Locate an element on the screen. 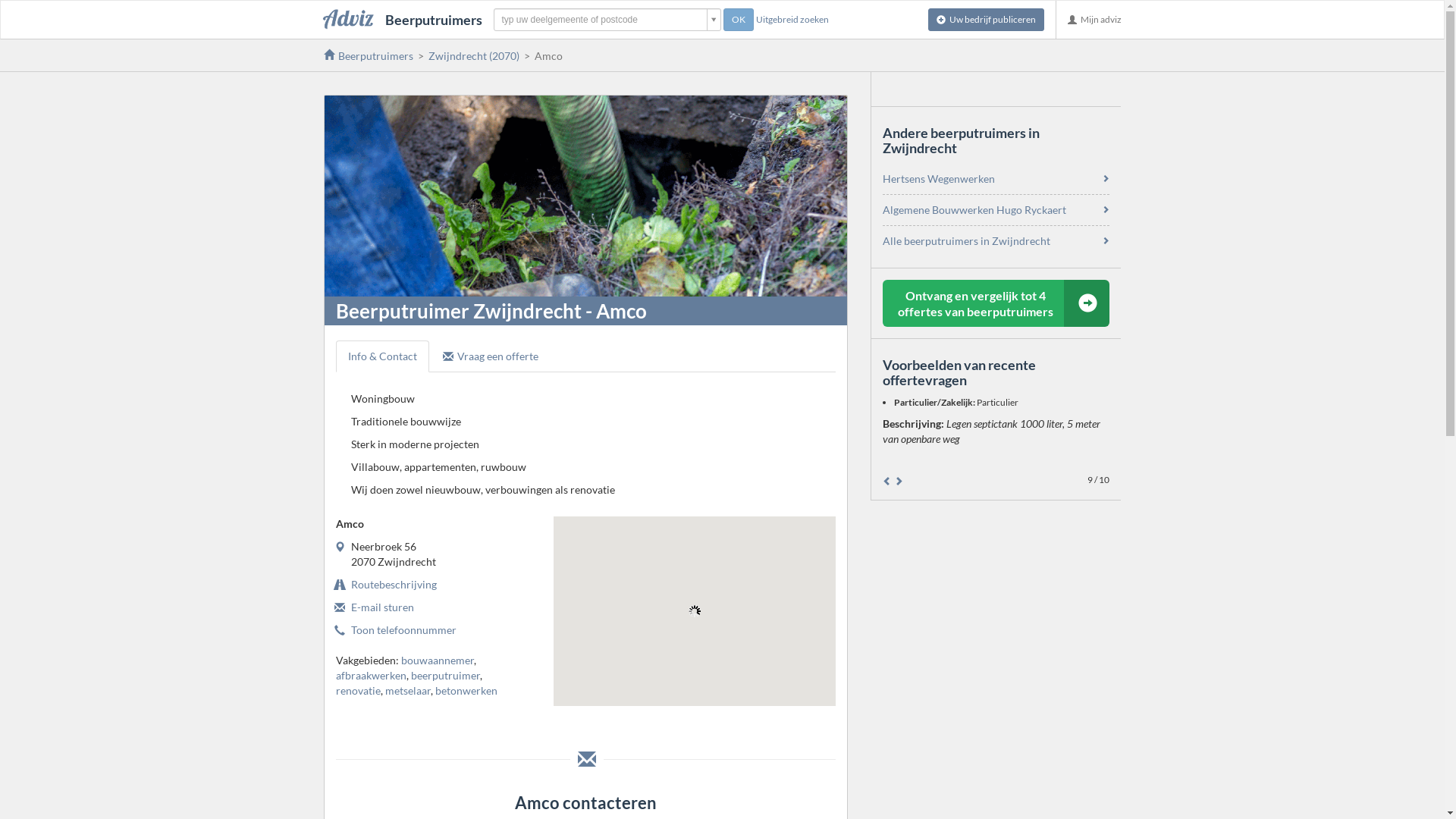 This screenshot has width=1456, height=819. 'Zwijndrecht (2070)' is located at coordinates (472, 55).